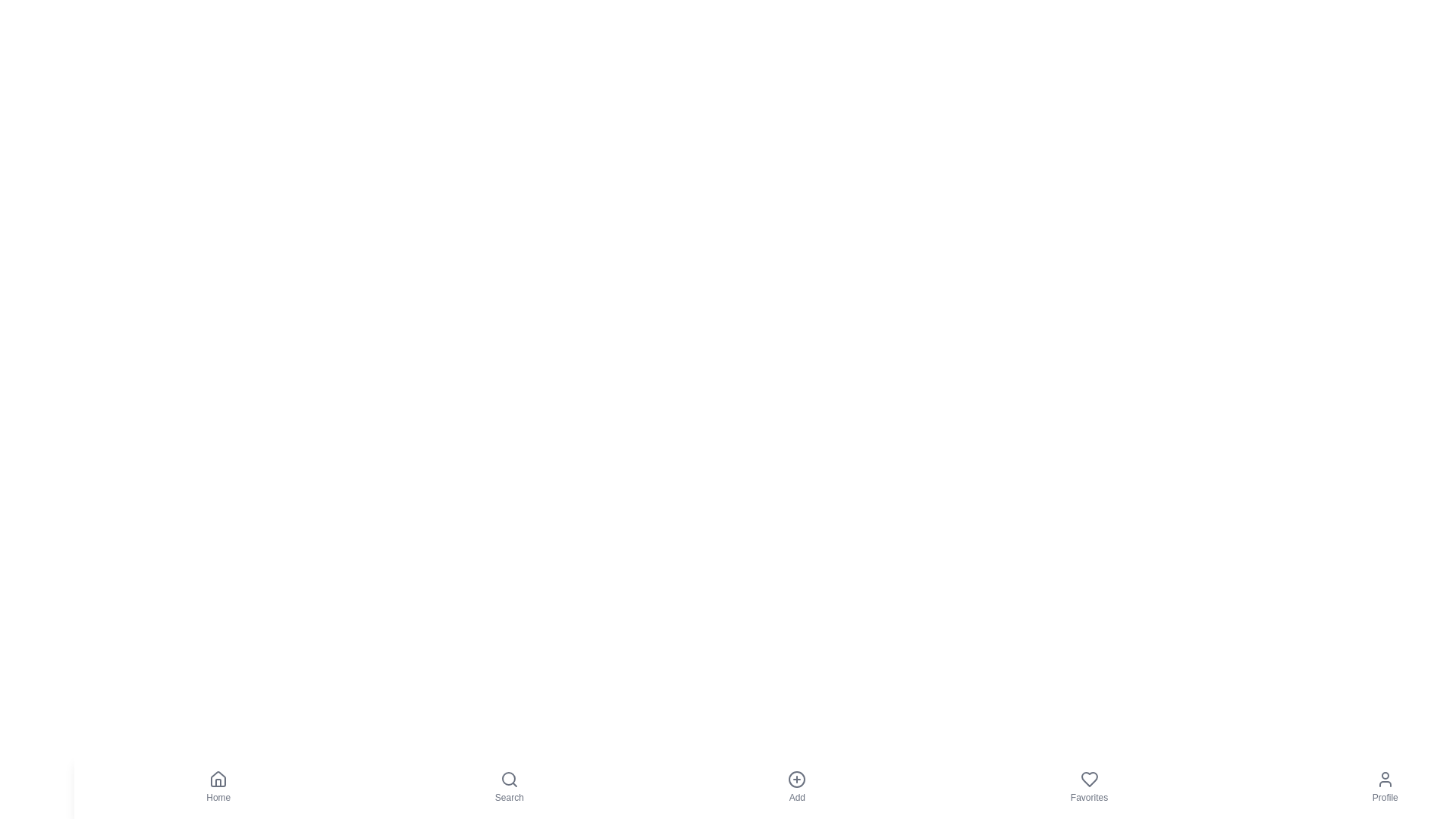 The width and height of the screenshot is (1456, 819). Describe the element at coordinates (1385, 786) in the screenshot. I see `the Profile navigation button located at the far right of the horizontal navigation bar at the bottom of the UI` at that location.